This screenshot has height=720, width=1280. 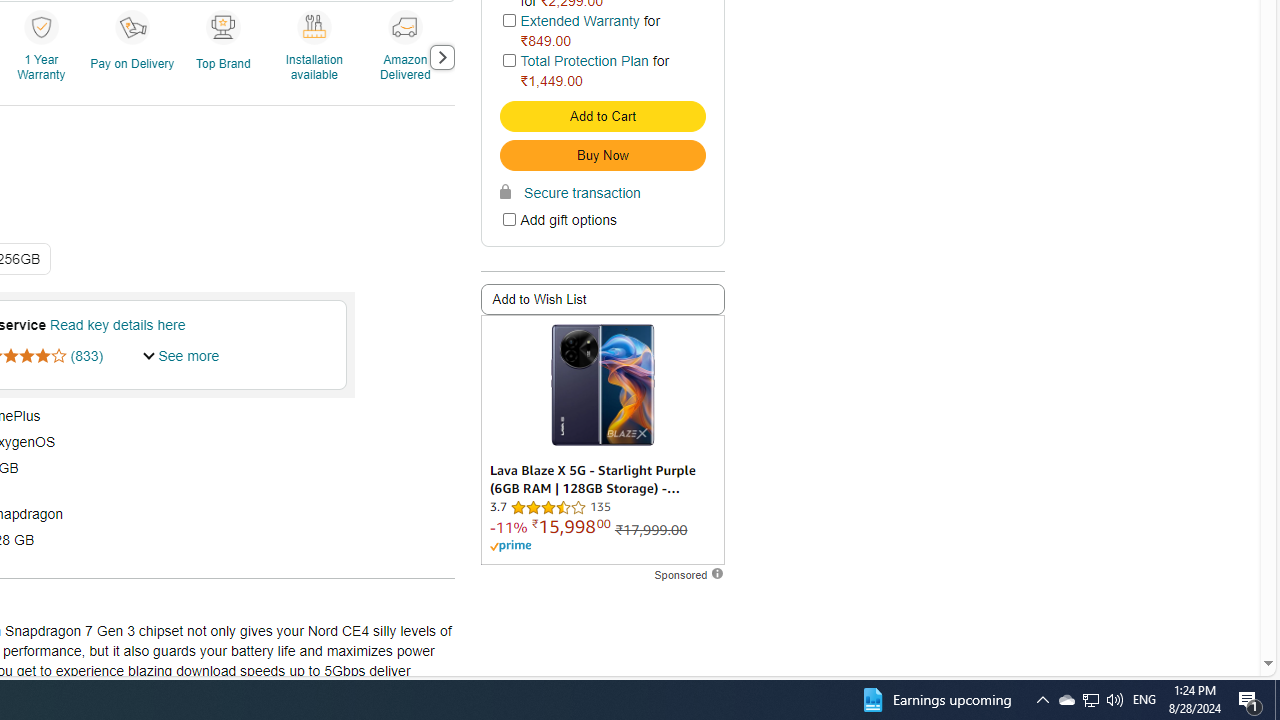 I want to click on 'Prime', so click(x=510, y=546).